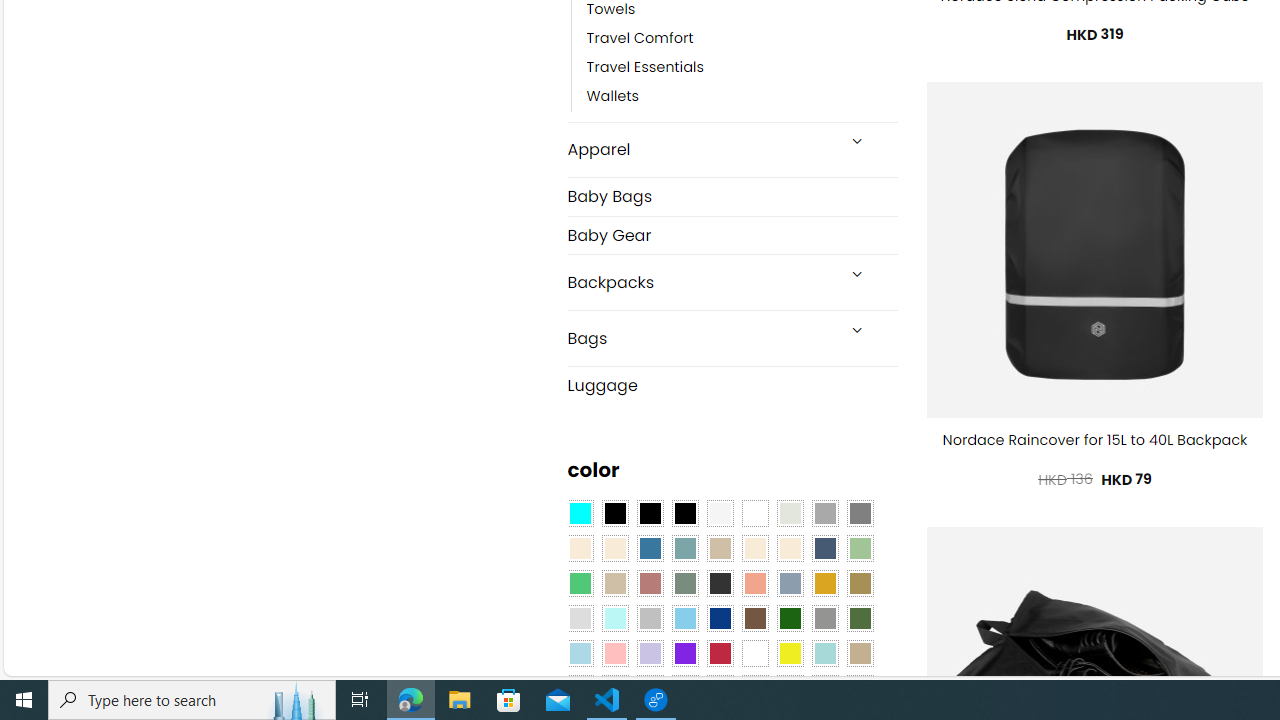 This screenshot has height=720, width=1280. Describe the element at coordinates (824, 549) in the screenshot. I see `'Hale Navy'` at that location.